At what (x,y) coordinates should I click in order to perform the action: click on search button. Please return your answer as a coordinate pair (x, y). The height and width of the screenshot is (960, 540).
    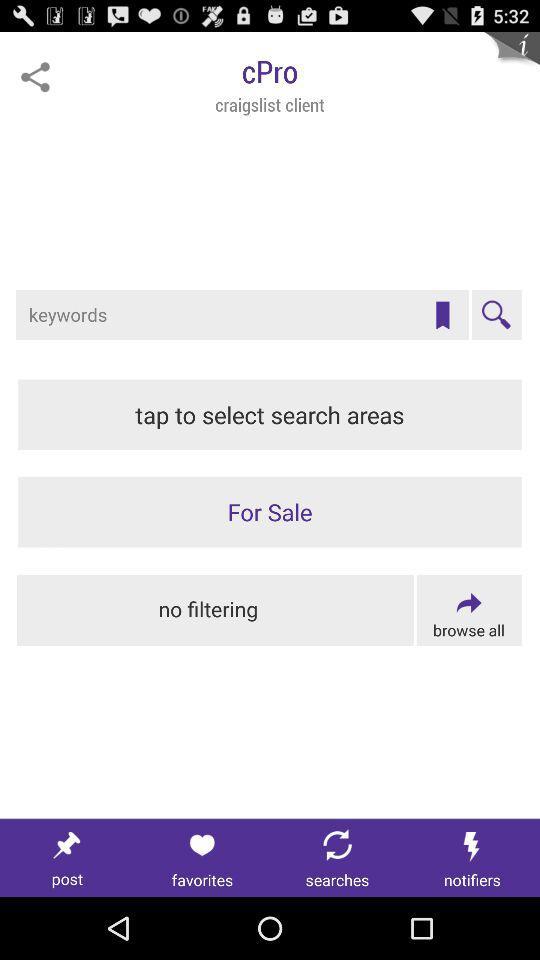
    Looking at the image, I should click on (495, 315).